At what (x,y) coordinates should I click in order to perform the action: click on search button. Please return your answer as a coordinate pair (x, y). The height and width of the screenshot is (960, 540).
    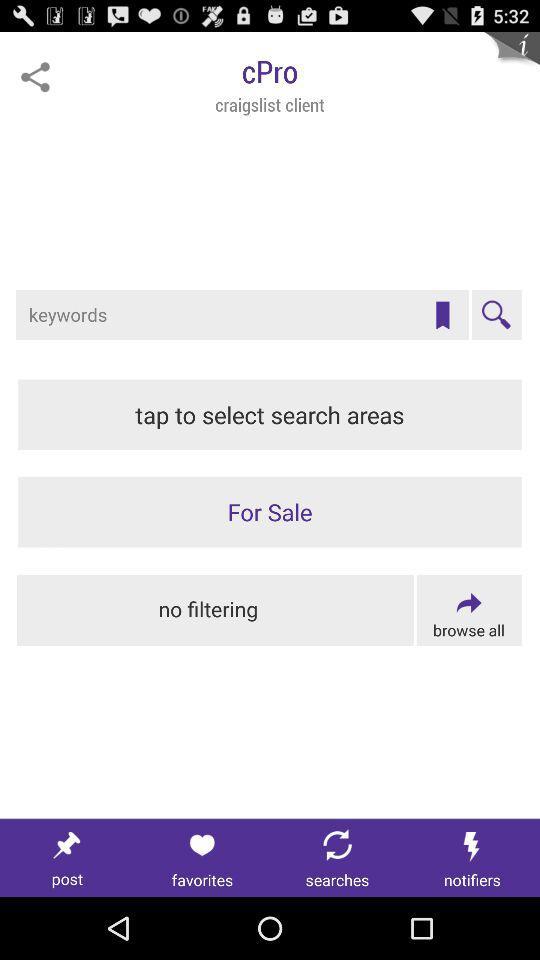
    Looking at the image, I should click on (495, 315).